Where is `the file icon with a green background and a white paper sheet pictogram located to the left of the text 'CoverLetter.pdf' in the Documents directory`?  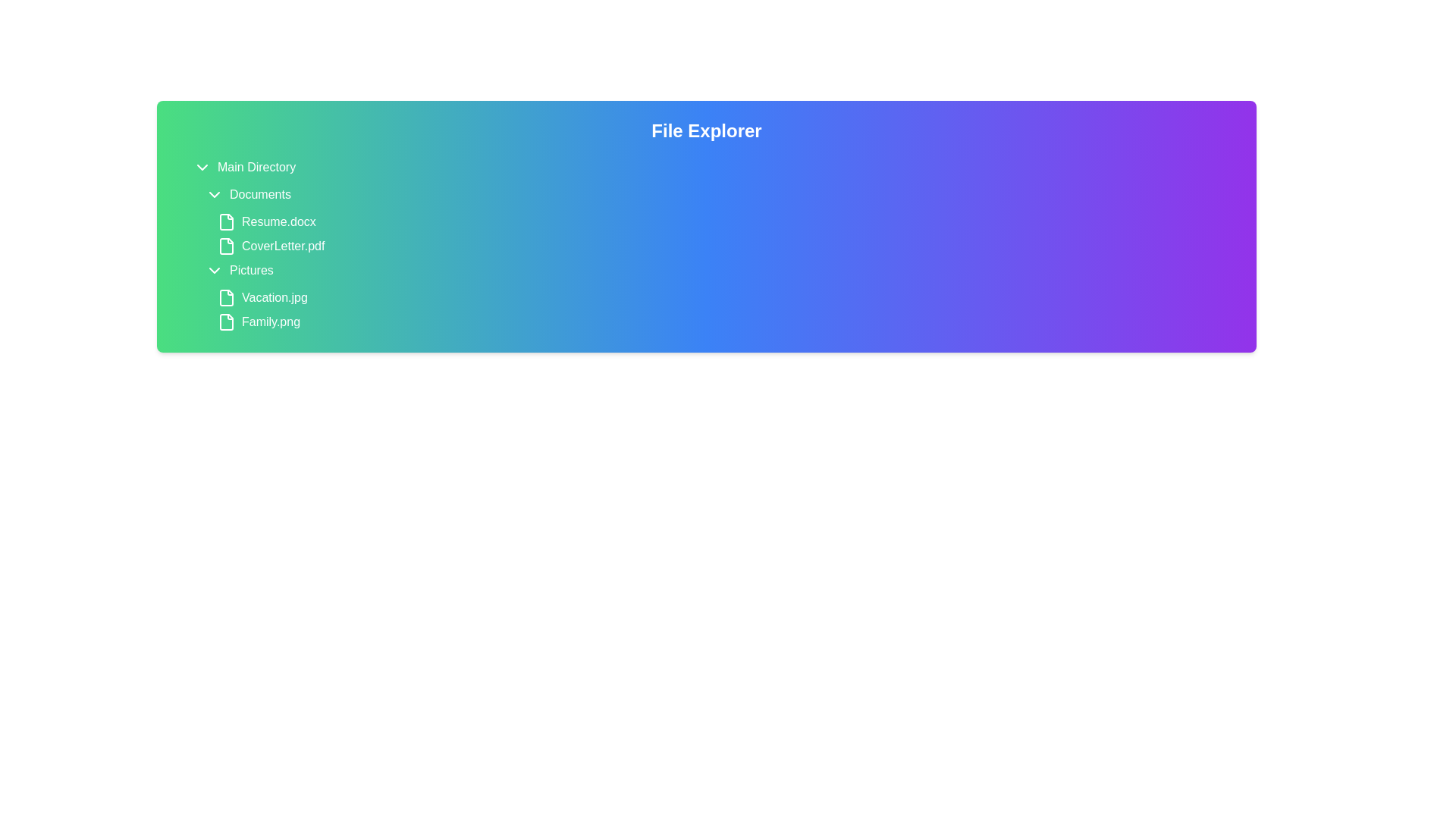 the file icon with a green background and a white paper sheet pictogram located to the left of the text 'CoverLetter.pdf' in the Documents directory is located at coordinates (225, 245).